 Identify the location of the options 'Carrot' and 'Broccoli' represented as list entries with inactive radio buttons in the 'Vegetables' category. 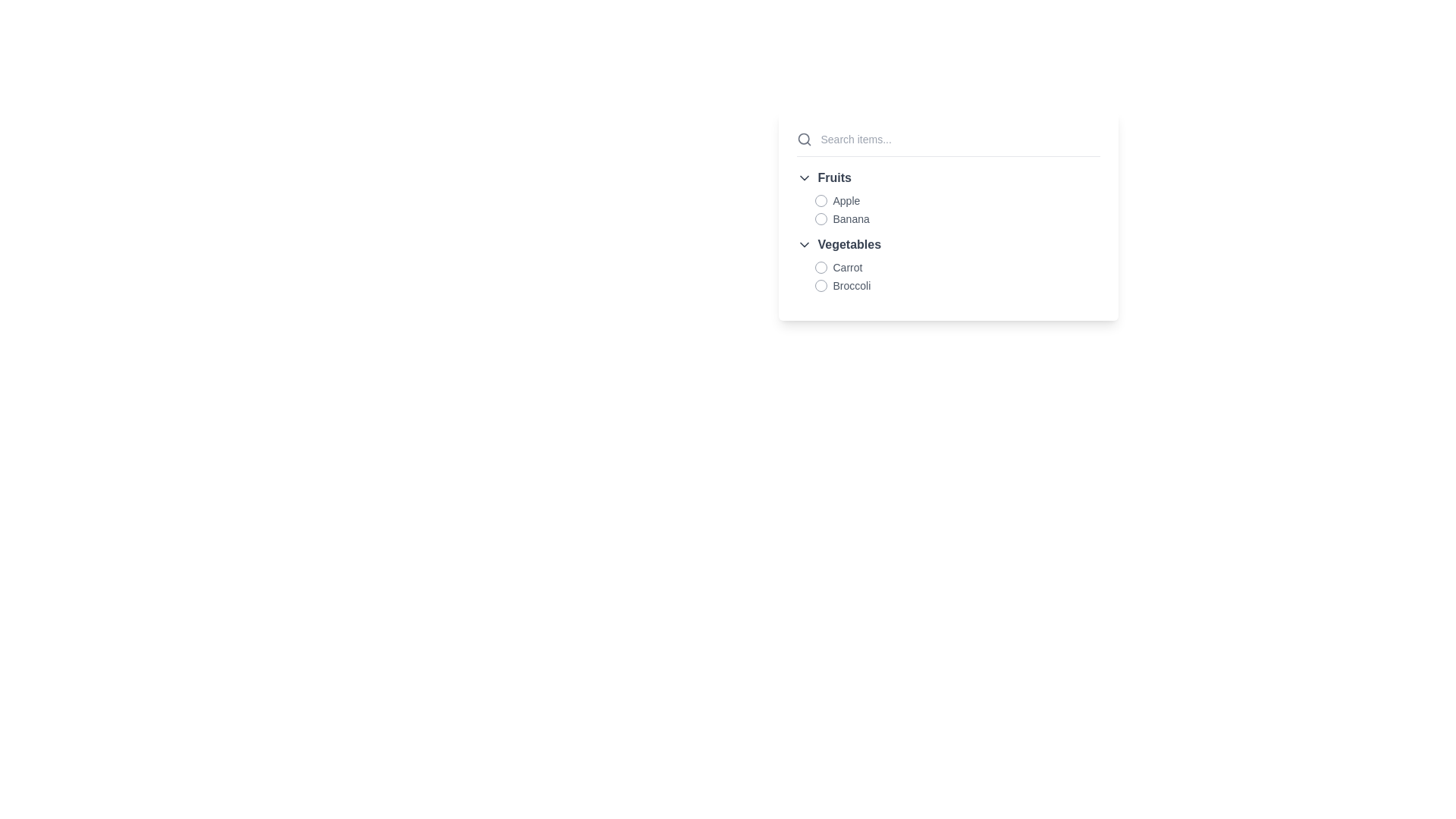
(947, 277).